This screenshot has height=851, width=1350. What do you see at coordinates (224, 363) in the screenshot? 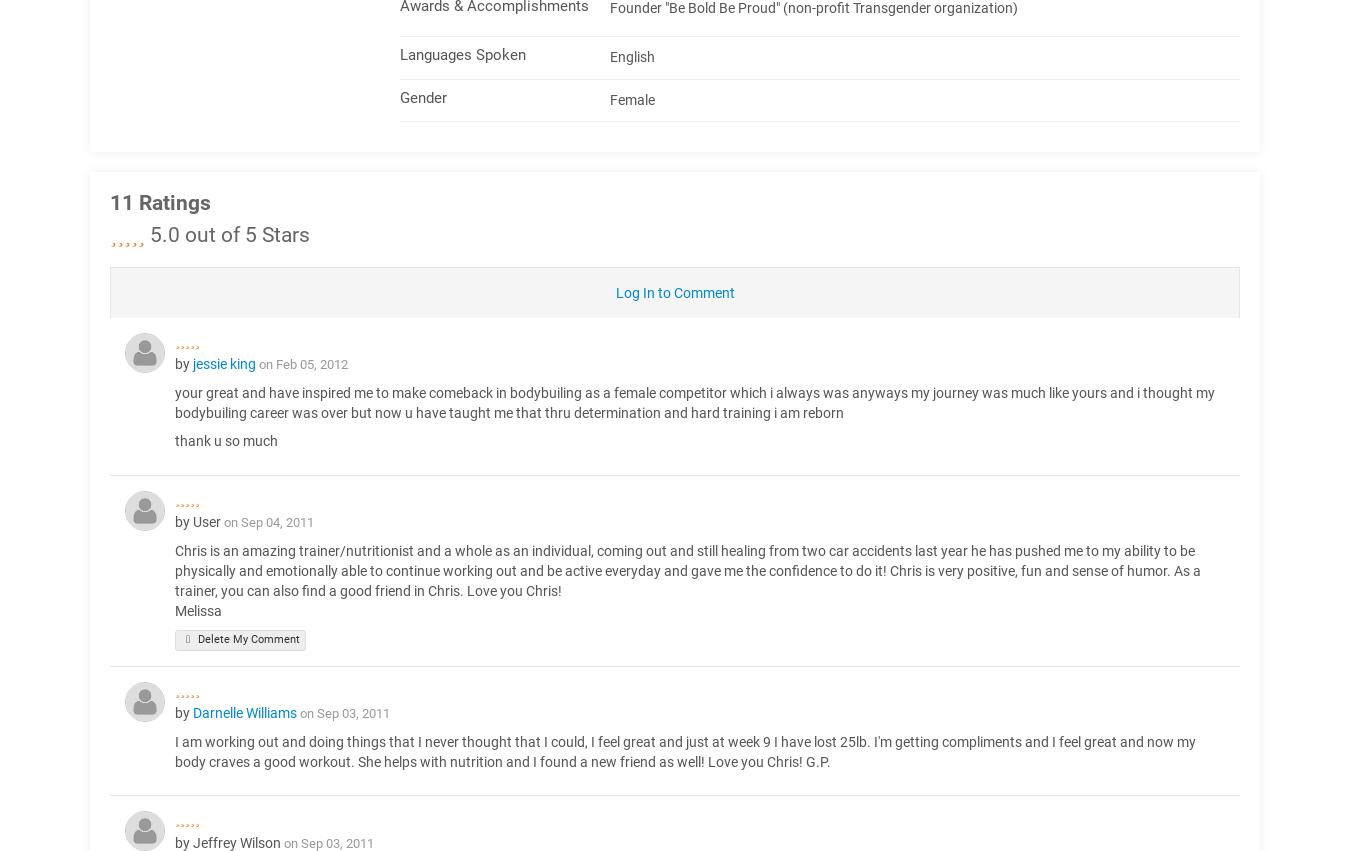
I see `'jessie king'` at bounding box center [224, 363].